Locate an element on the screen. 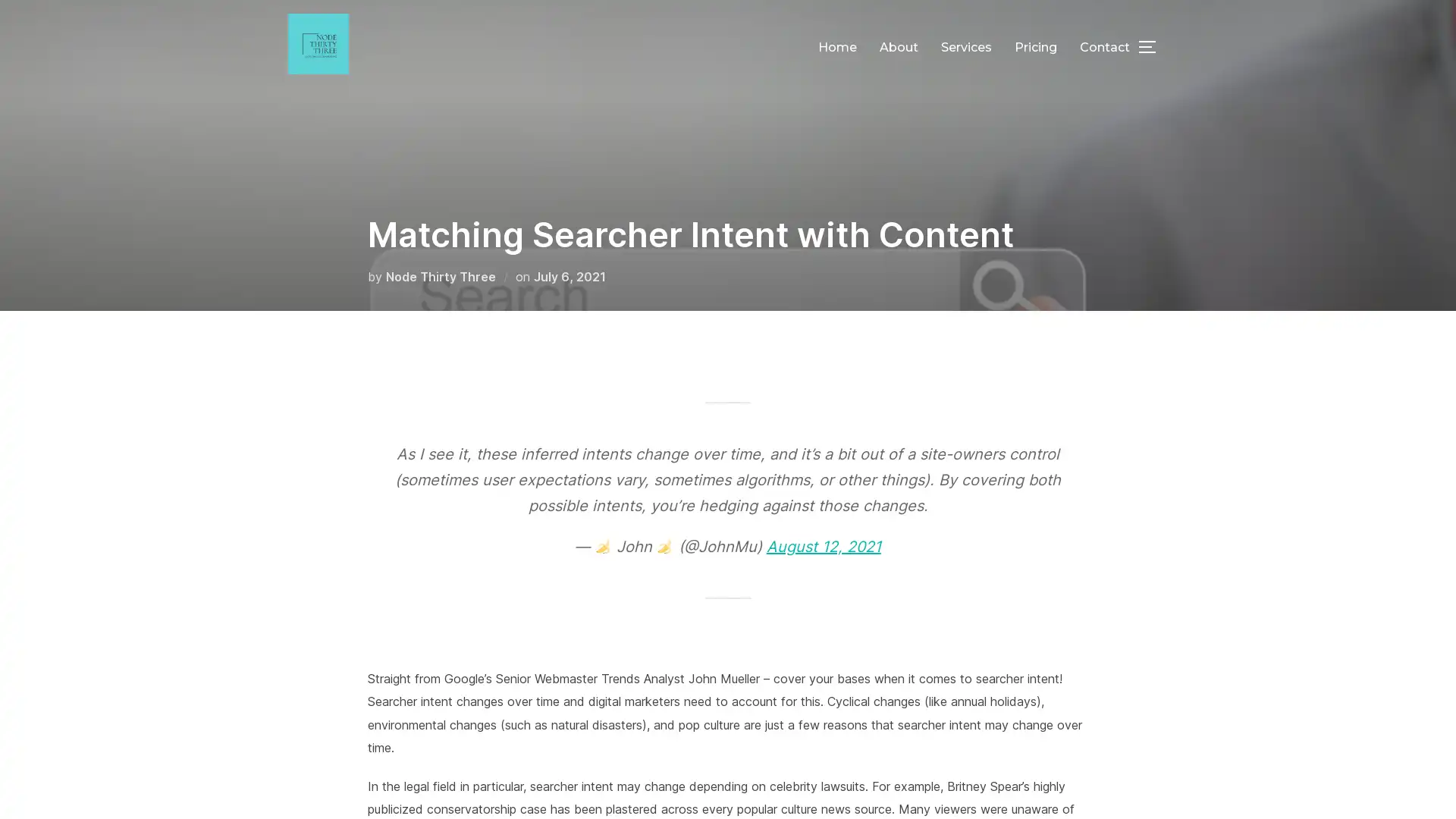 The width and height of the screenshot is (1456, 819). TOGGLE SIDEBAR & NAVIGATION is located at coordinates (1153, 45).